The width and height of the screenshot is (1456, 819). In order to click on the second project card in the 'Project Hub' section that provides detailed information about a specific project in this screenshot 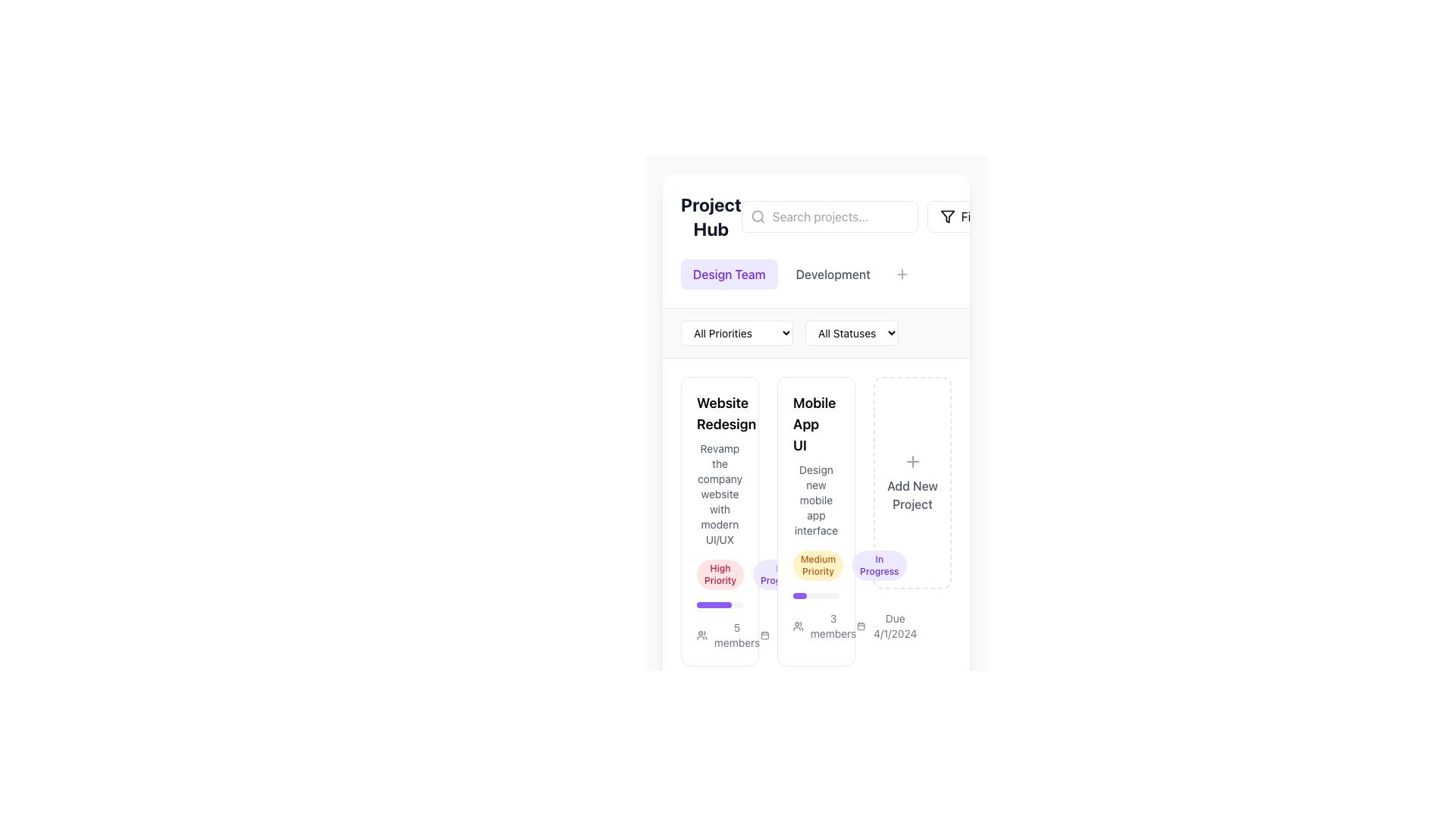, I will do `click(815, 520)`.